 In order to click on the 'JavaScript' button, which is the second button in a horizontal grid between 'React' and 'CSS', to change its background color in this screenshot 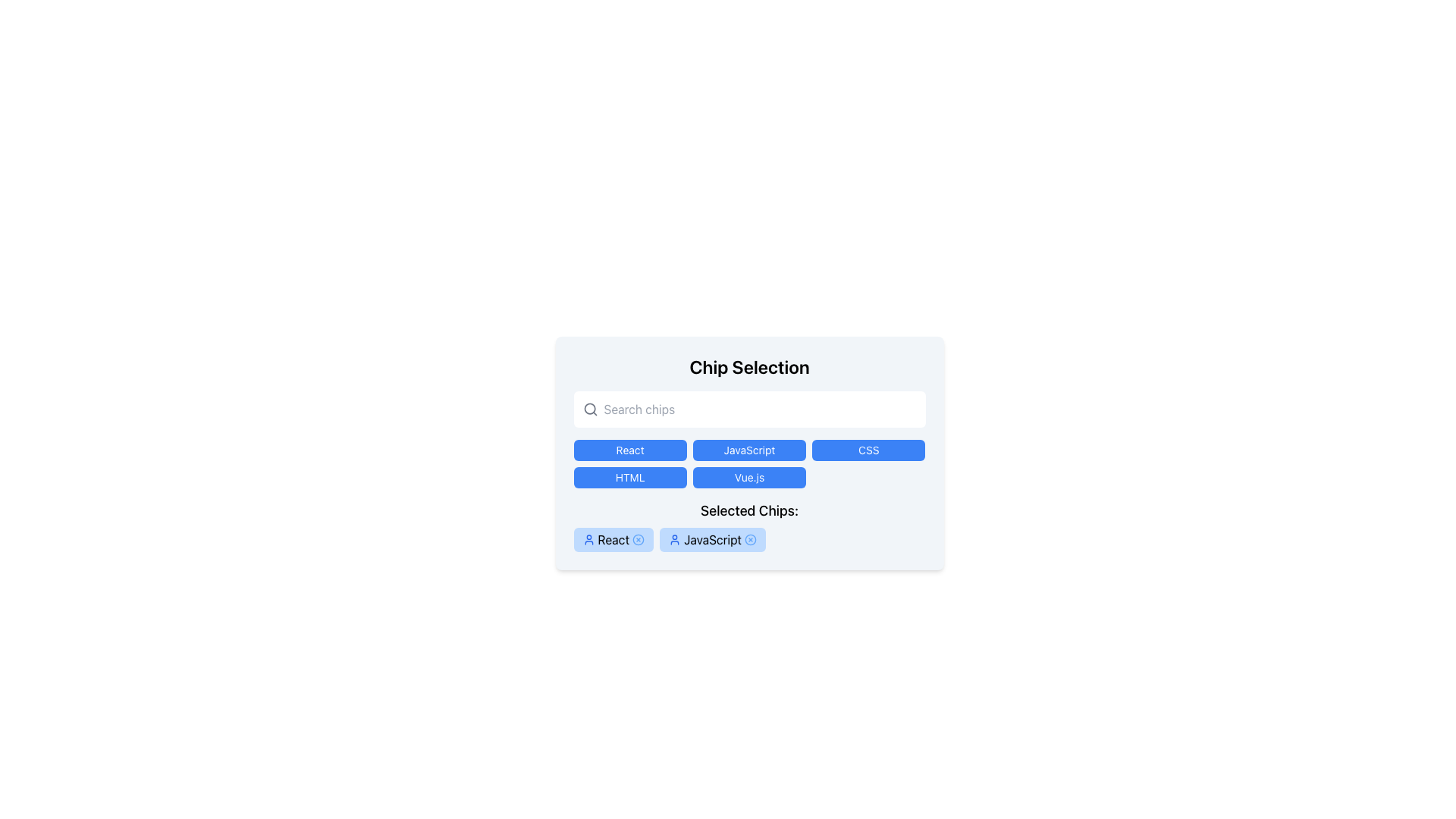, I will do `click(749, 450)`.